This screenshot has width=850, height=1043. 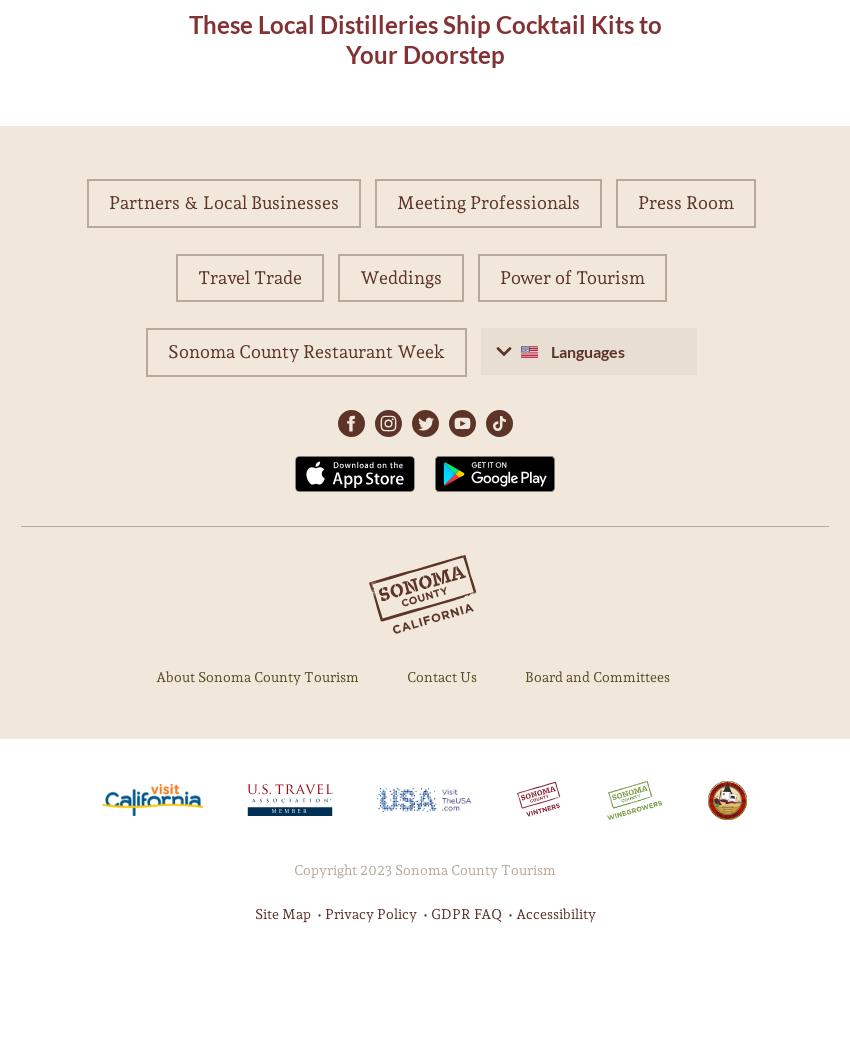 What do you see at coordinates (155, 675) in the screenshot?
I see `'About Sonoma County Tourism'` at bounding box center [155, 675].